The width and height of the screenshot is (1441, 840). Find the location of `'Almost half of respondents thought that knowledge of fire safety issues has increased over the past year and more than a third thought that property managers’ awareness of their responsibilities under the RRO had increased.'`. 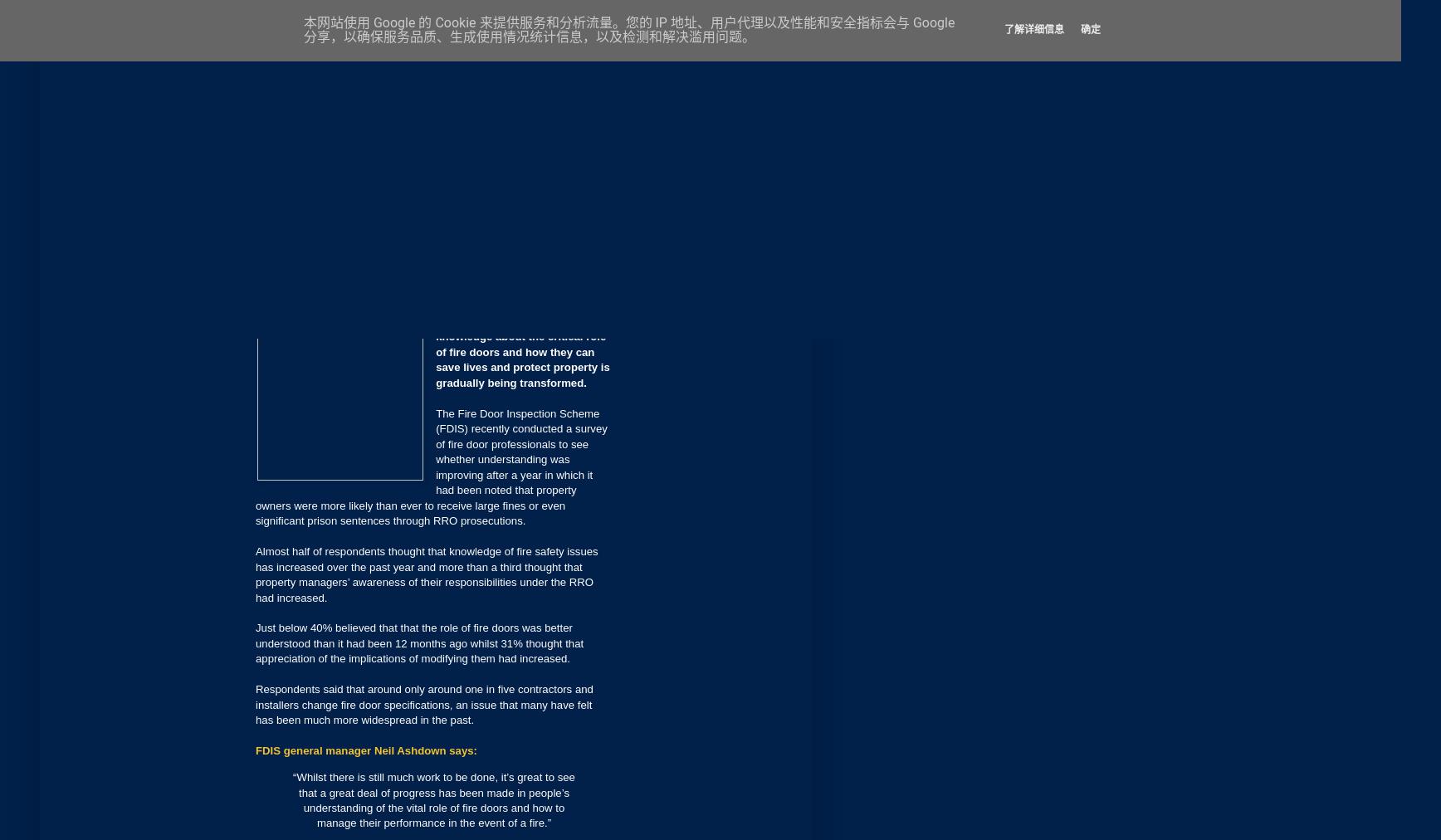

'Almost half of respondents thought that knowledge of fire safety issues has increased over the past year and more than a third thought that property managers’ awareness of their responsibilities under the RRO had increased.' is located at coordinates (427, 574).